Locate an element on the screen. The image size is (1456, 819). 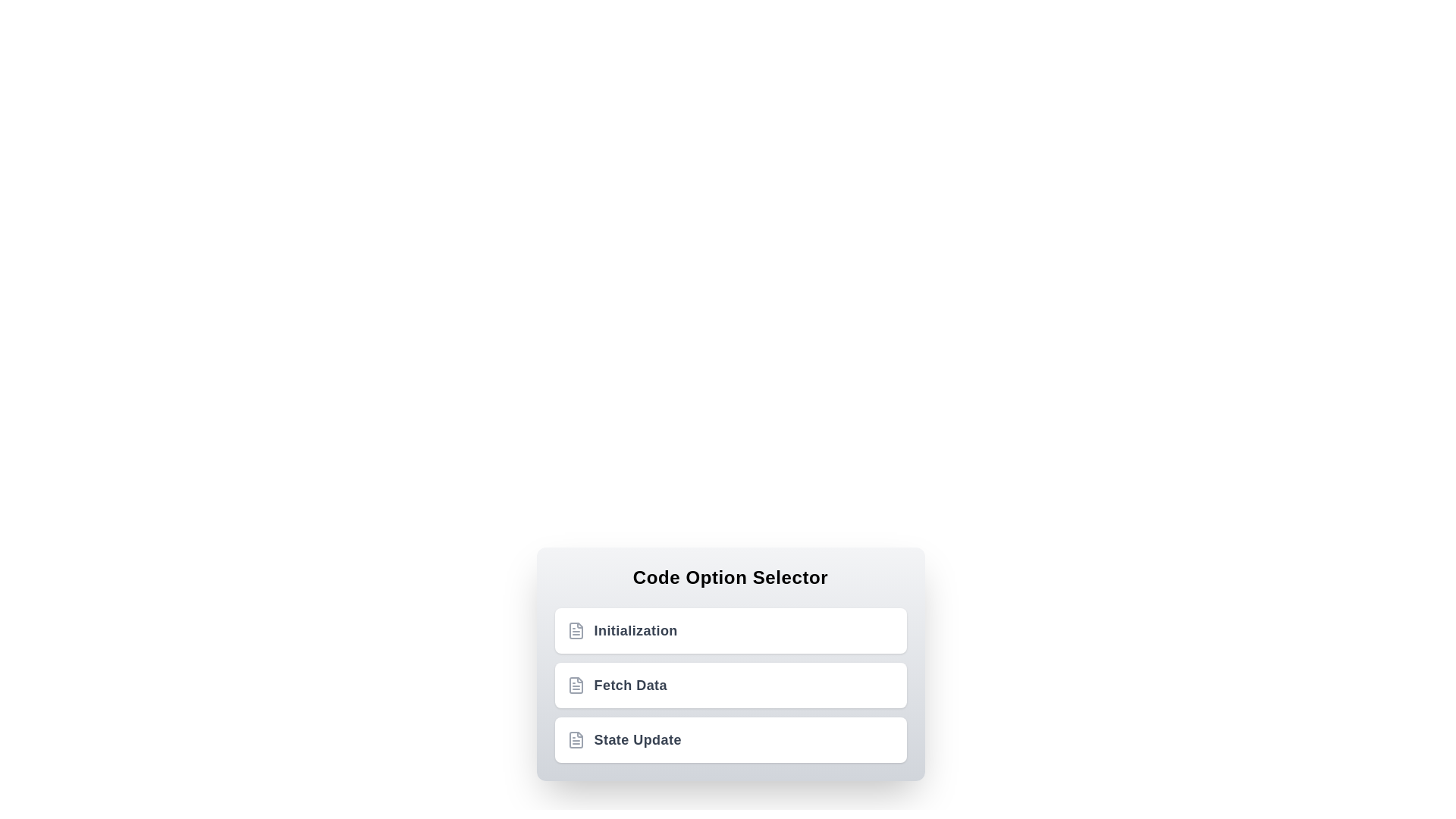
the small gray document icon located to the left of the text 'Initialization' within the first option of the 'Code Option Selector' list is located at coordinates (575, 631).